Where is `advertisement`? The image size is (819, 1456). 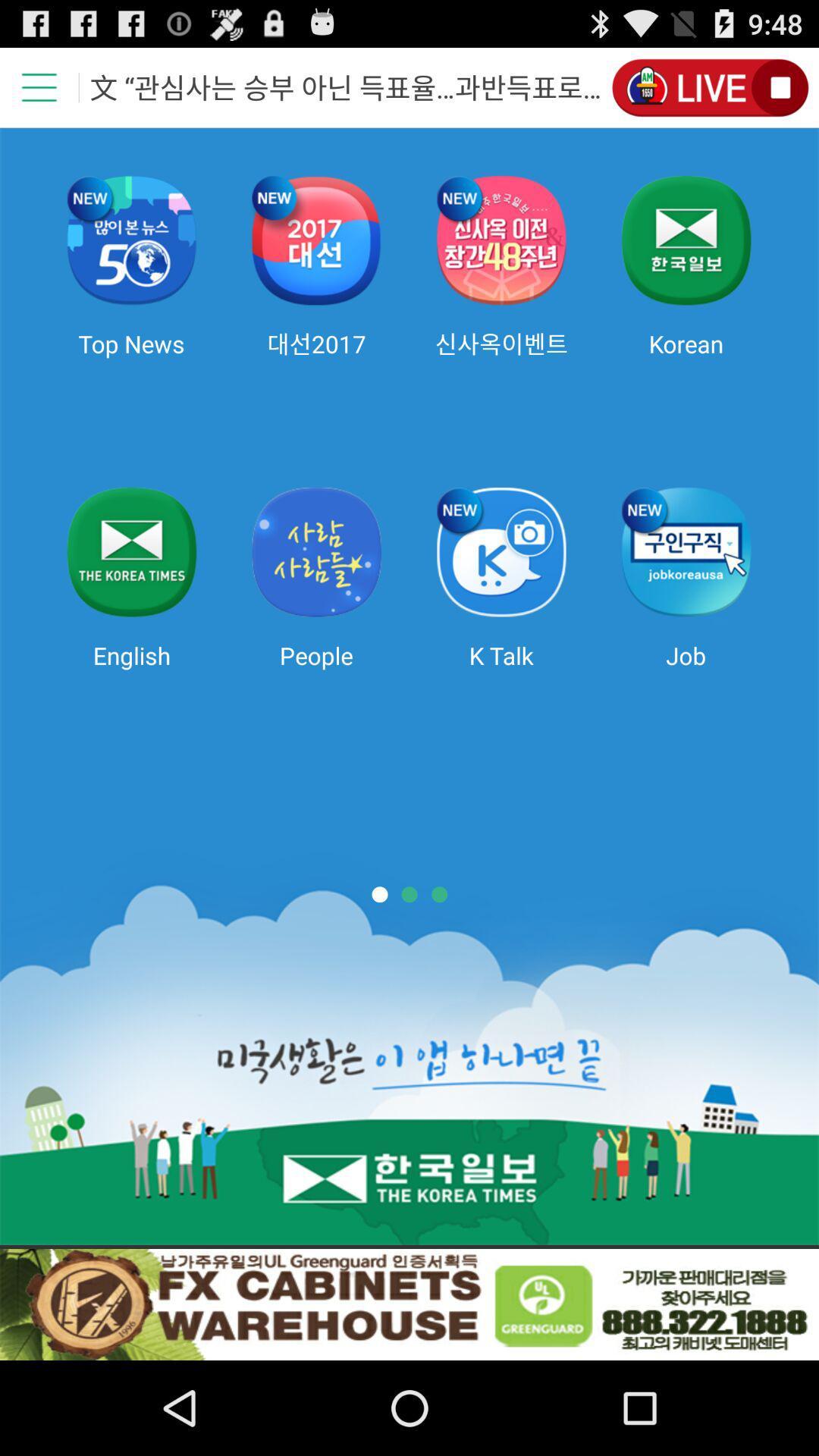
advertisement is located at coordinates (409, 1304).